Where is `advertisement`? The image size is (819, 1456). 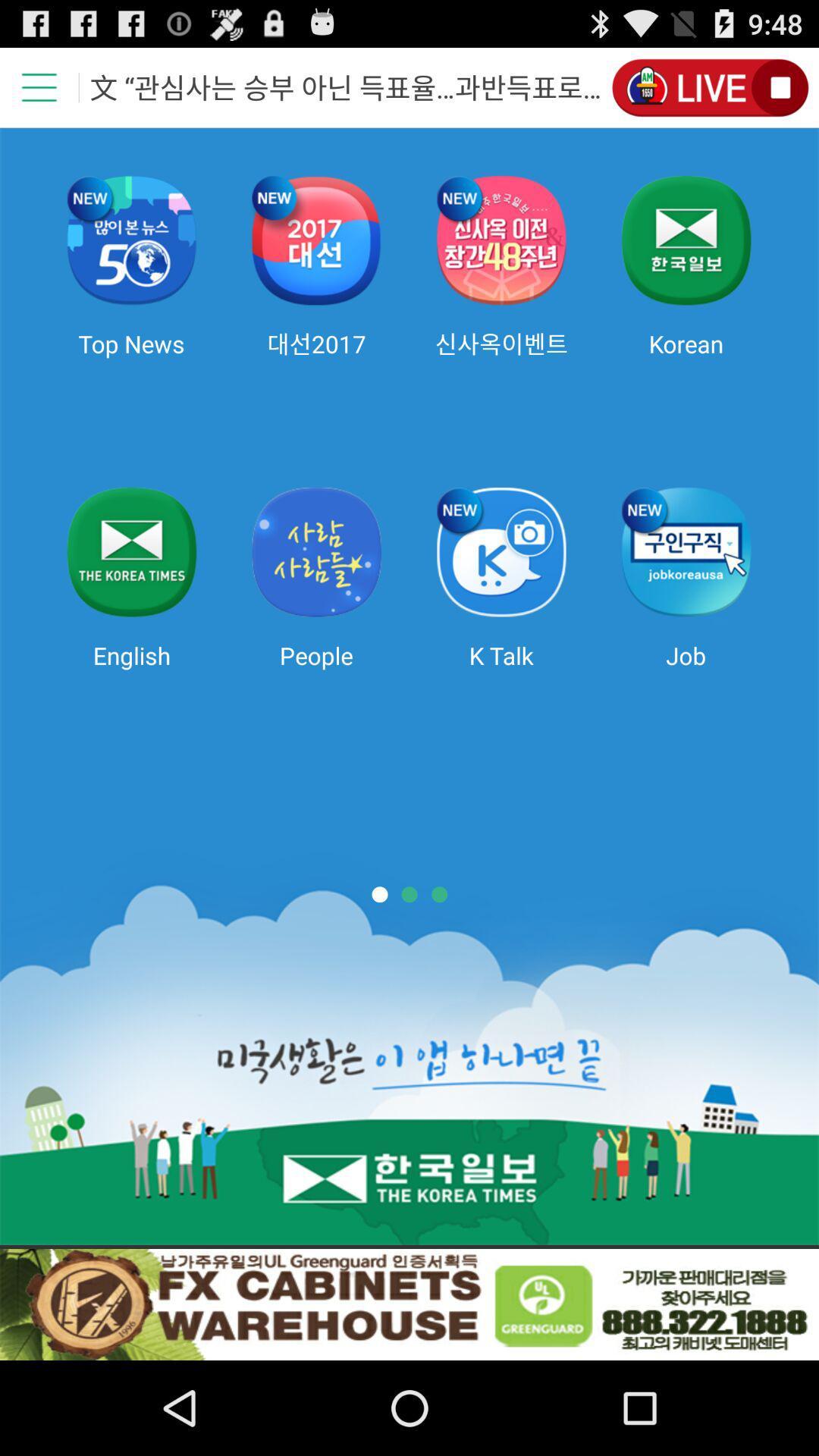
advertisement is located at coordinates (409, 1304).